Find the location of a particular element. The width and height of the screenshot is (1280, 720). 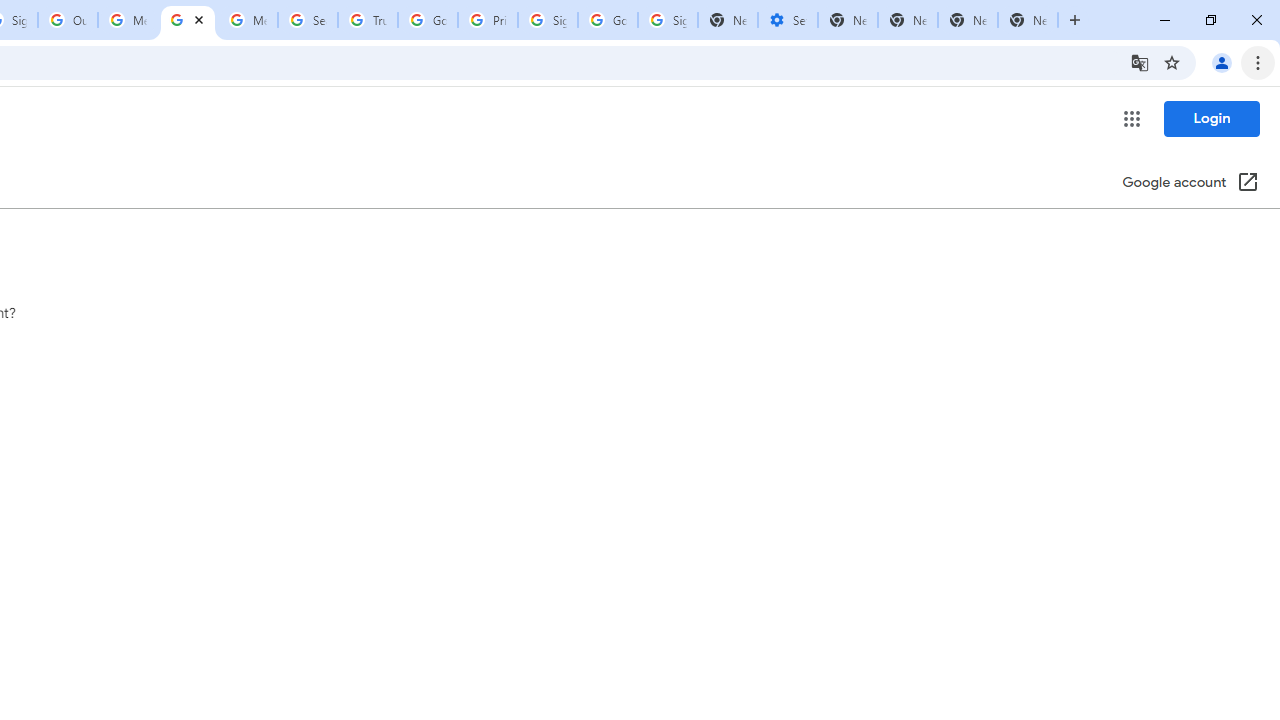

'Google Account (Opens in new window)' is located at coordinates (1191, 183).